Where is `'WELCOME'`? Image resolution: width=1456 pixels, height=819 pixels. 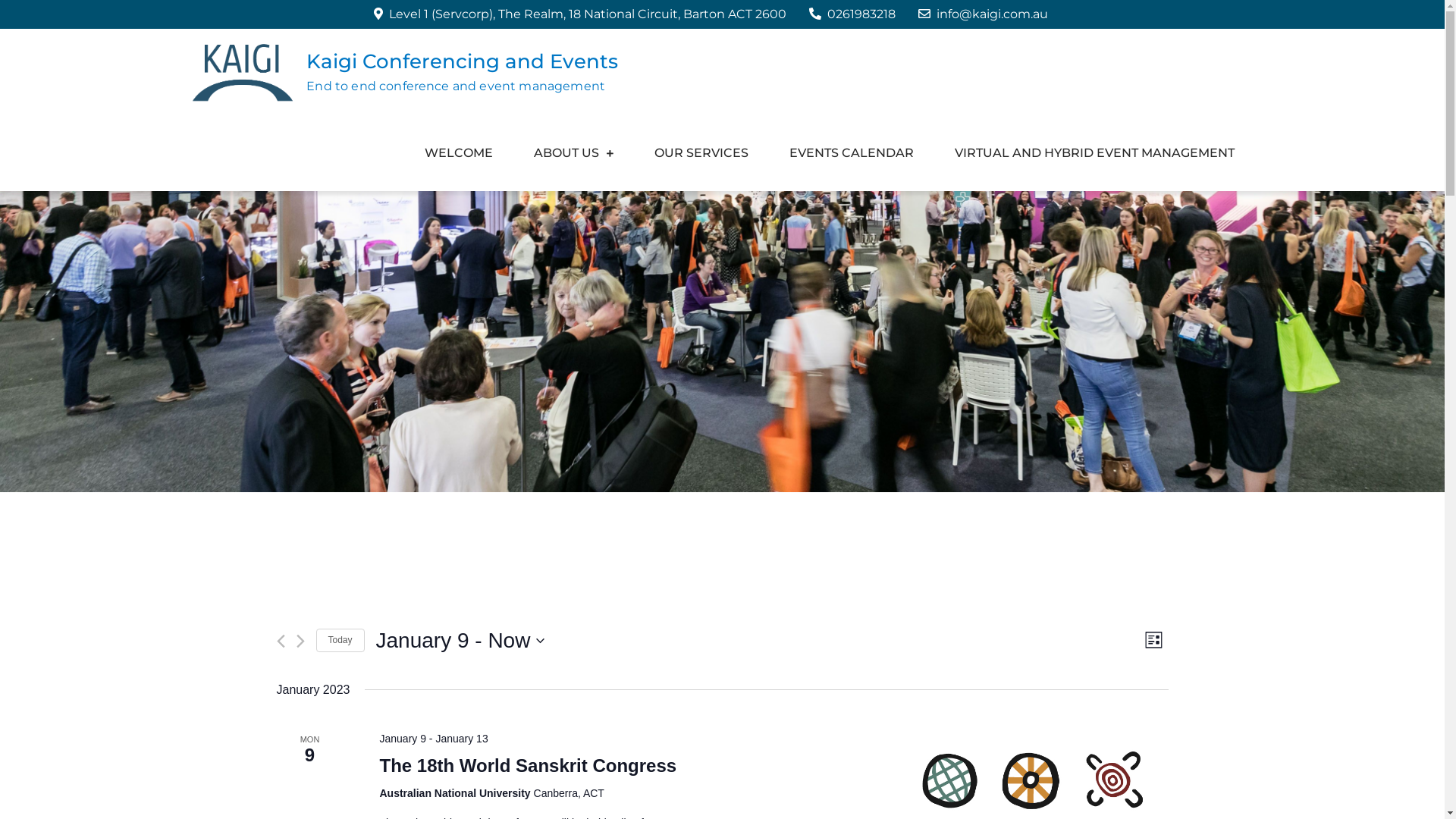
'WELCOME' is located at coordinates (457, 152).